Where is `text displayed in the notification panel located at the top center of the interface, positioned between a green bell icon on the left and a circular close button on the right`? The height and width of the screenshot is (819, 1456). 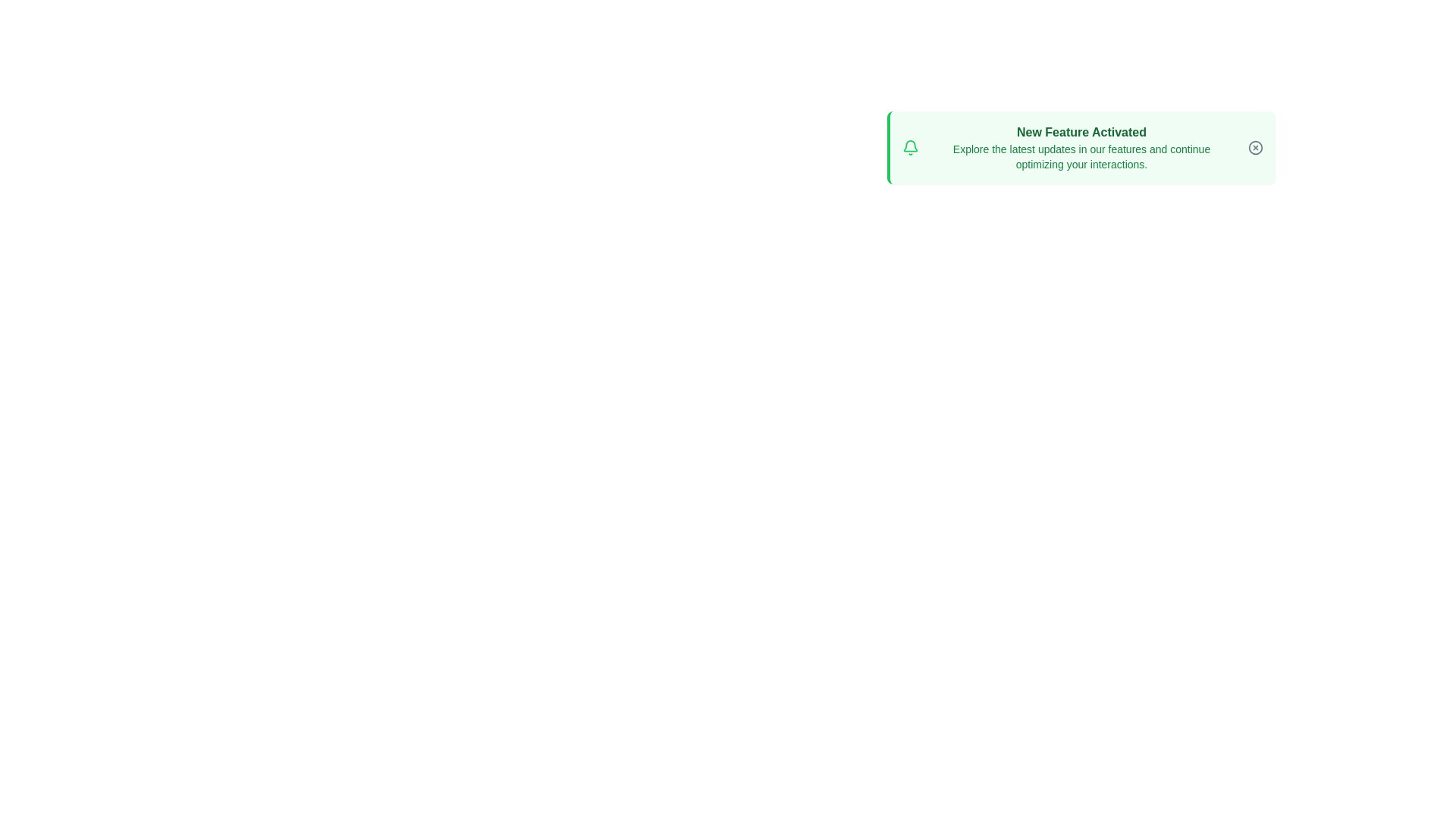
text displayed in the notification panel located at the top center of the interface, positioned between a green bell icon on the left and a circular close button on the right is located at coordinates (1081, 148).